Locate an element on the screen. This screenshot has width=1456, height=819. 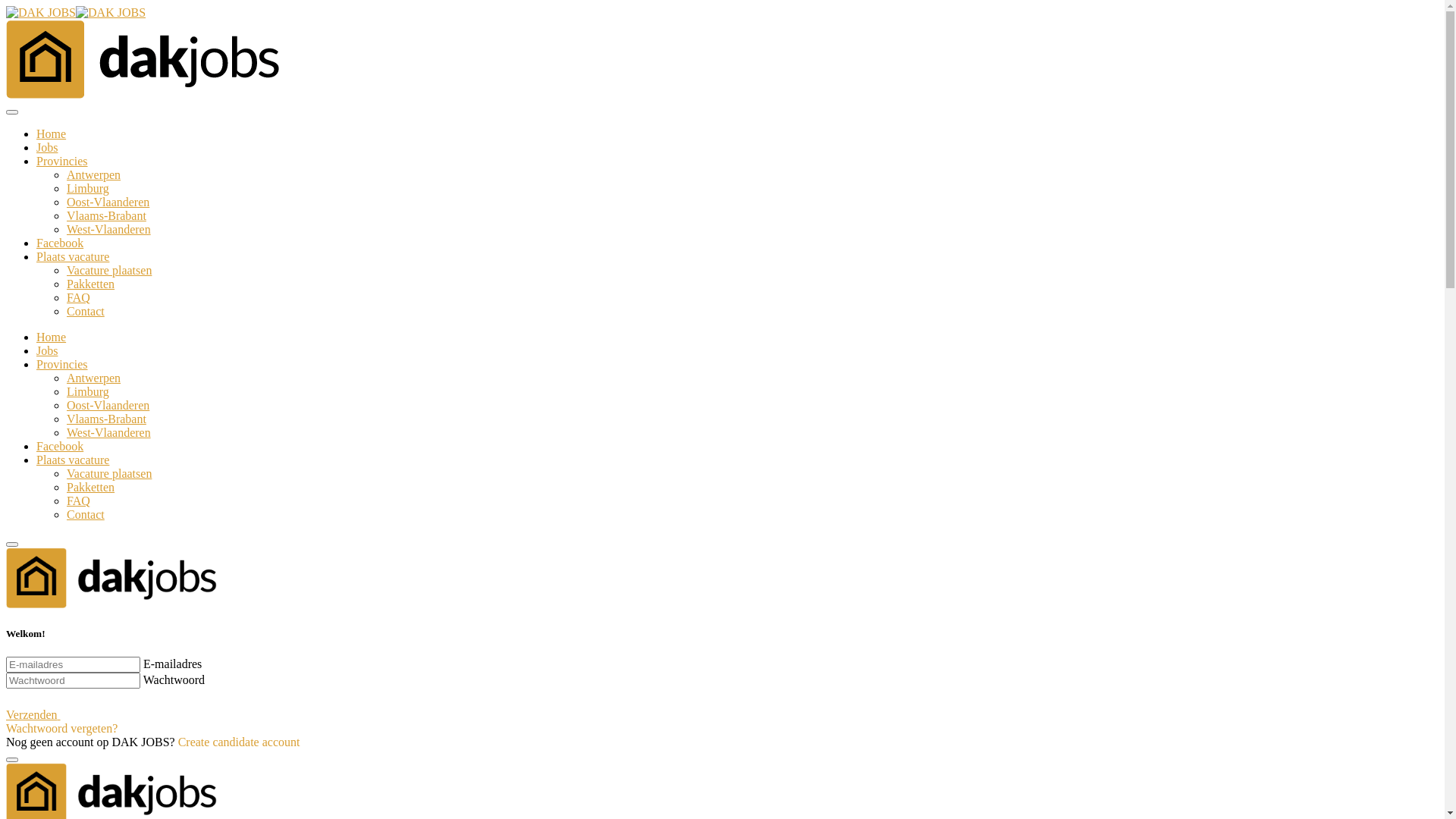
'Vlaams-Brabant' is located at coordinates (105, 419).